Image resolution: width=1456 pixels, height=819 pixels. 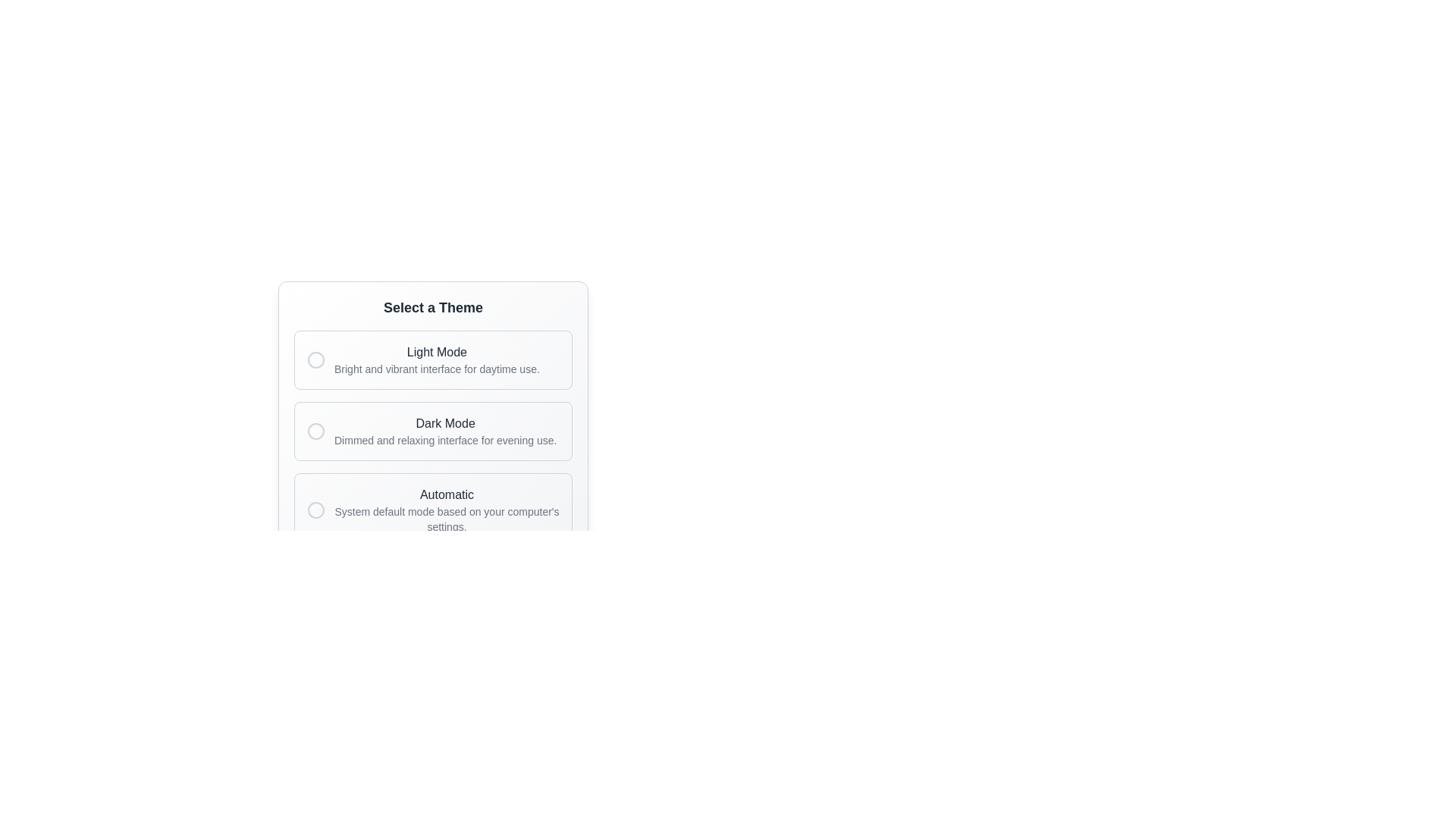 What do you see at coordinates (446, 494) in the screenshot?
I see `the label that indicates the third theme option, which adjusts settings based on the system default, located above the description 'System default mode based on your computer's settings.' and below the 'Dark Mode' option` at bounding box center [446, 494].